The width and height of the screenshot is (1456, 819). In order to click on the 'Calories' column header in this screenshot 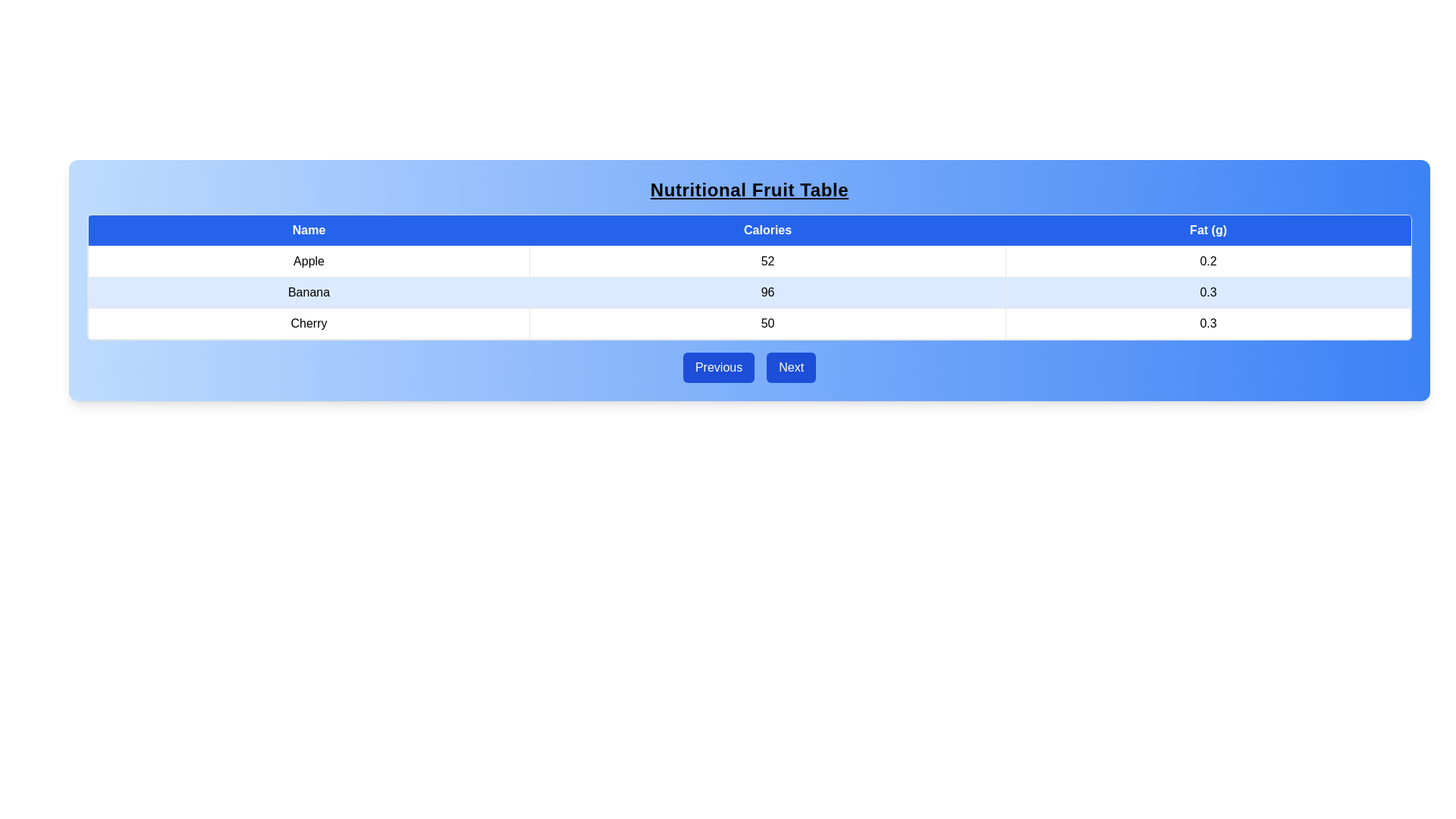, I will do `click(767, 231)`.